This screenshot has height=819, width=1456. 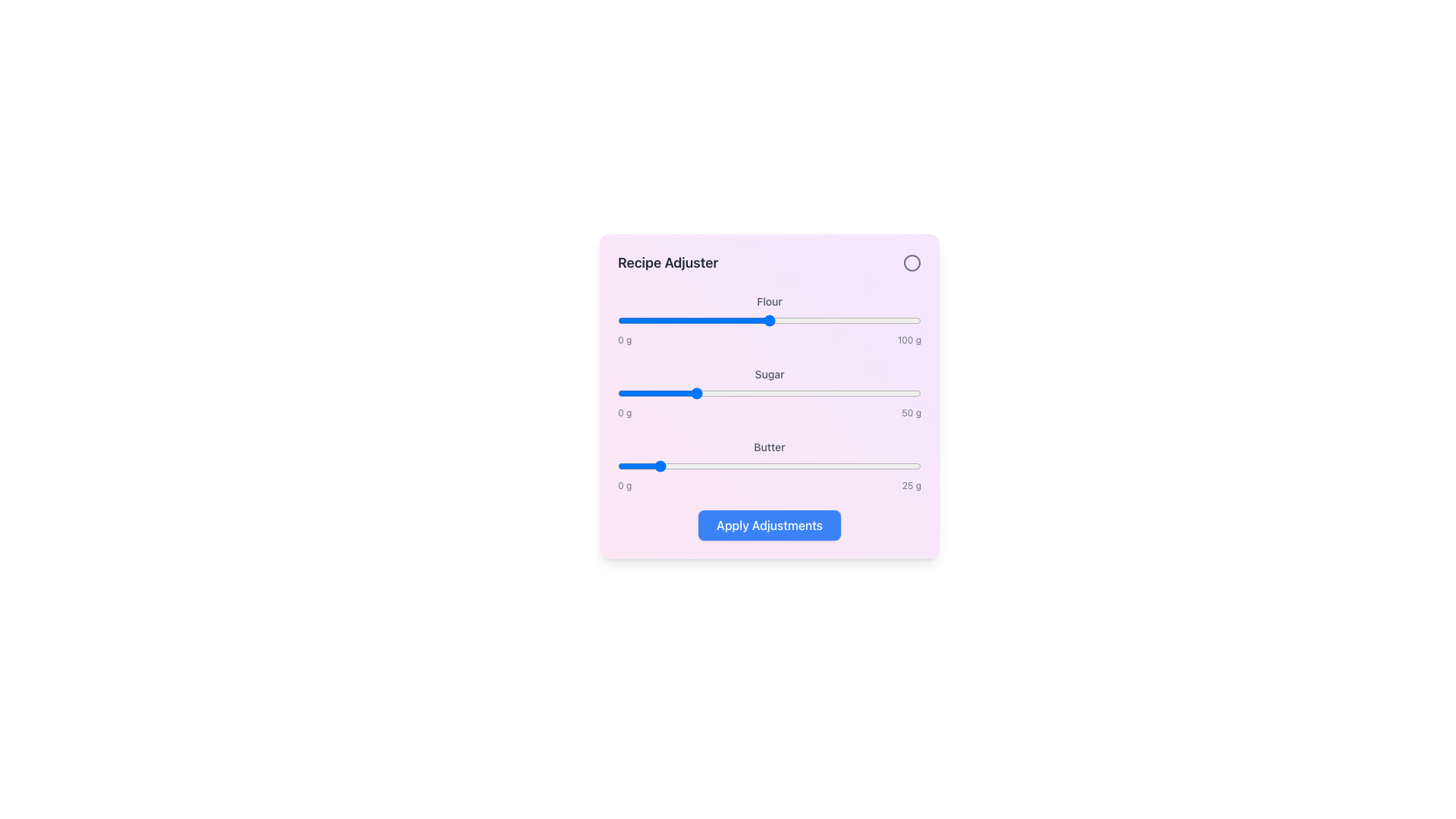 What do you see at coordinates (625, 413) in the screenshot?
I see `the text label displaying '0 g', which is styled in light gray and positioned to the left of the sugar slider` at bounding box center [625, 413].